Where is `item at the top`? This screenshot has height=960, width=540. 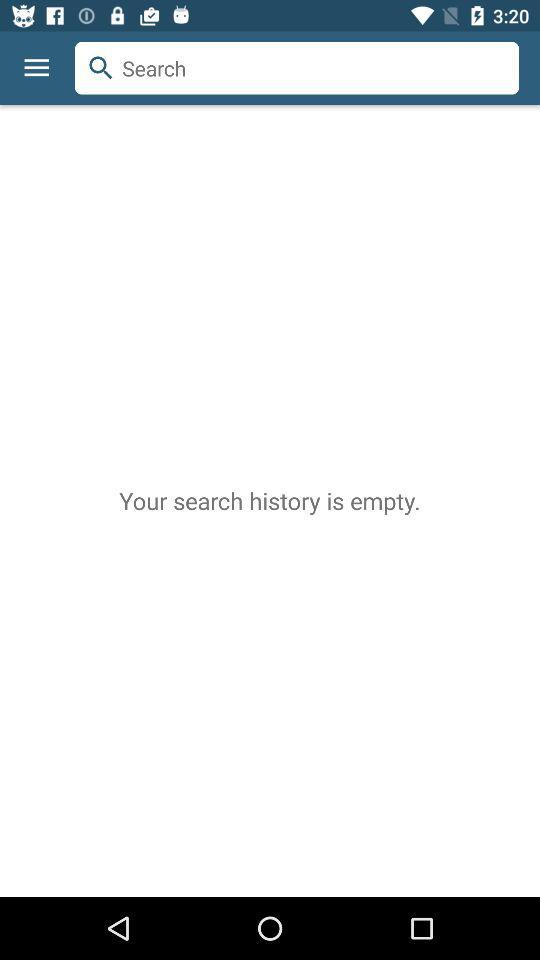 item at the top is located at coordinates (296, 68).